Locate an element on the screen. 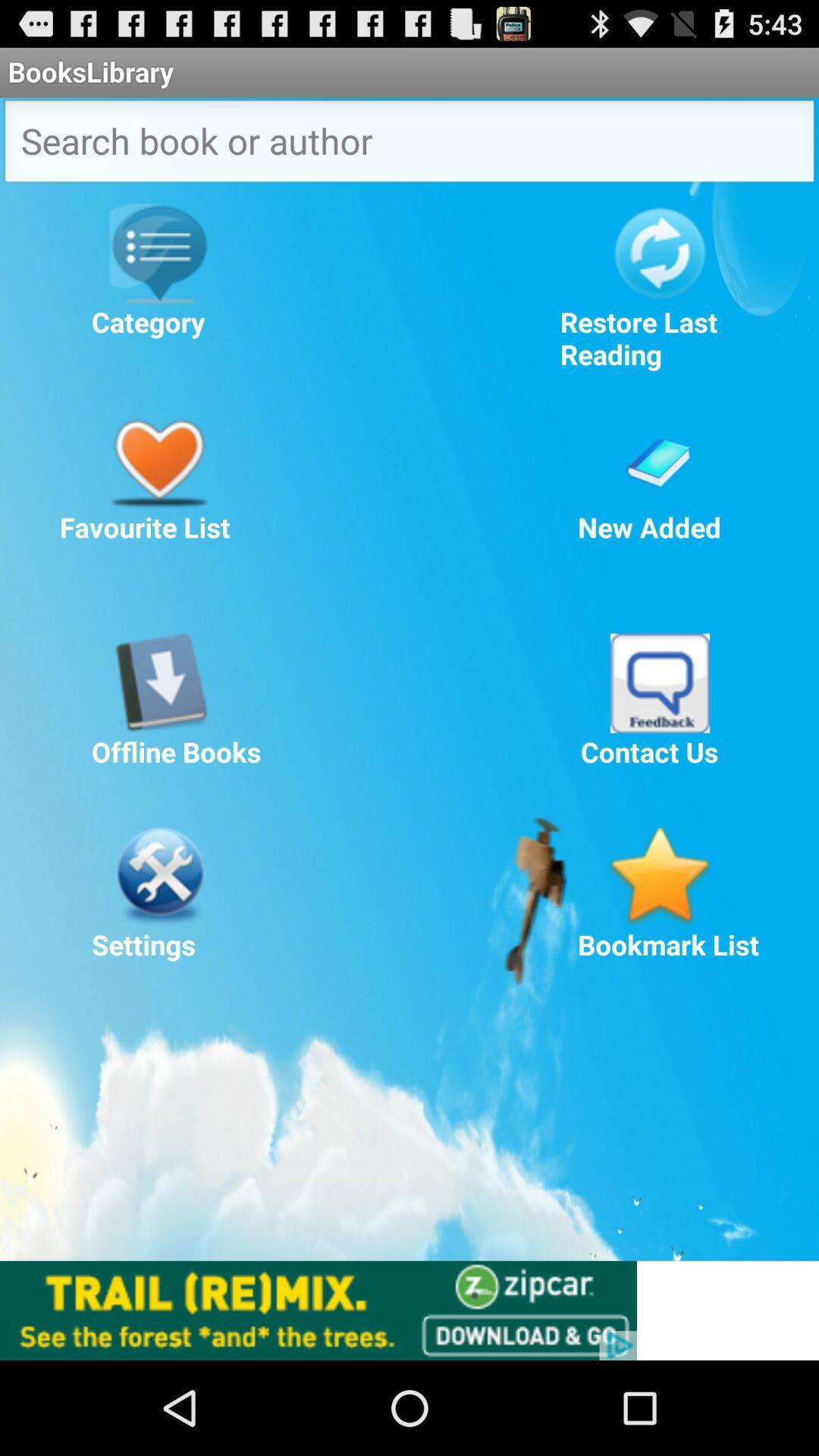 The image size is (819, 1456). the star icon is located at coordinates (659, 937).